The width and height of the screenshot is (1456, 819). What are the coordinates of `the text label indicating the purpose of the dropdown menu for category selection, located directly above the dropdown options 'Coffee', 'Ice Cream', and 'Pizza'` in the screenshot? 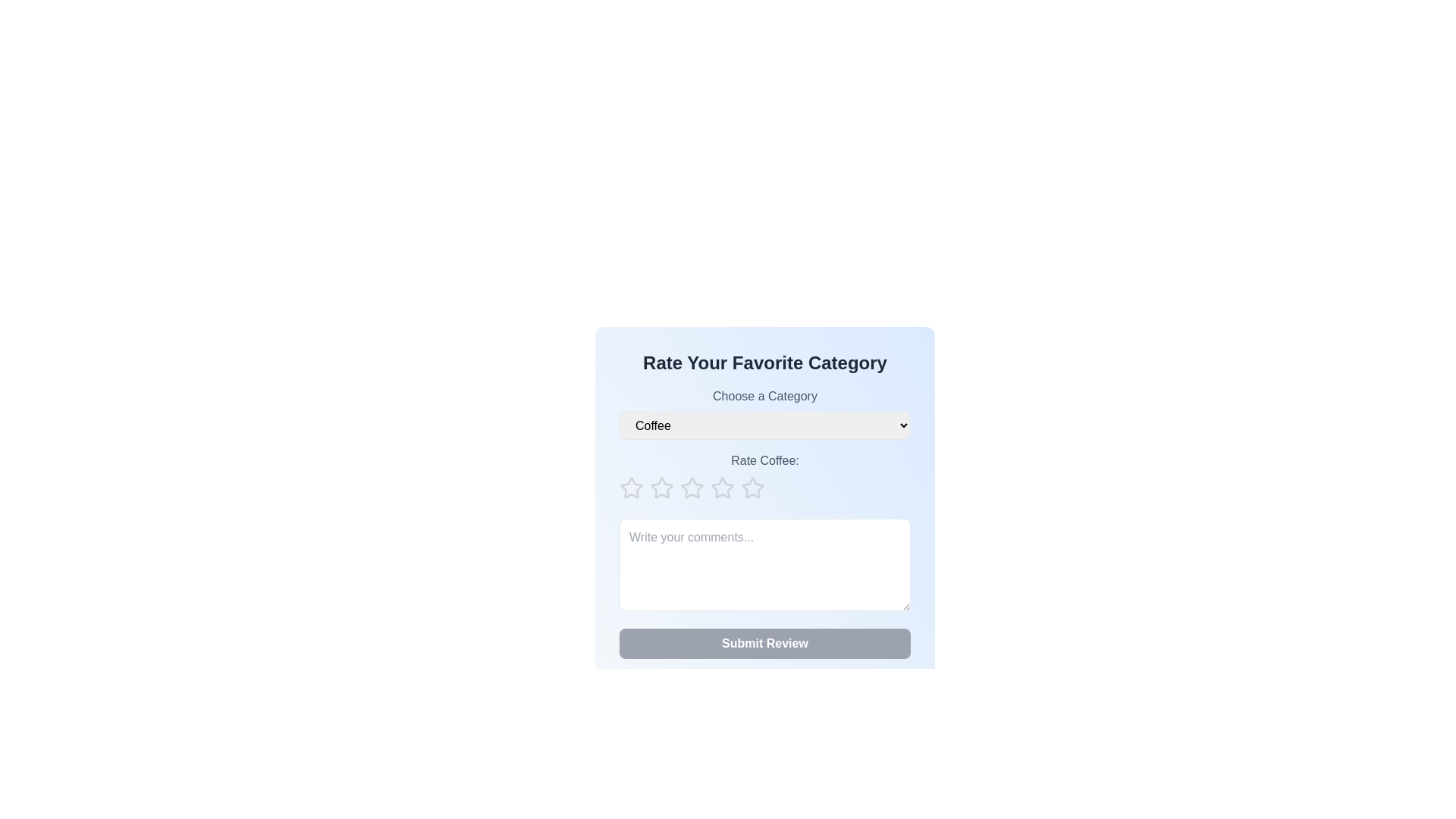 It's located at (764, 396).